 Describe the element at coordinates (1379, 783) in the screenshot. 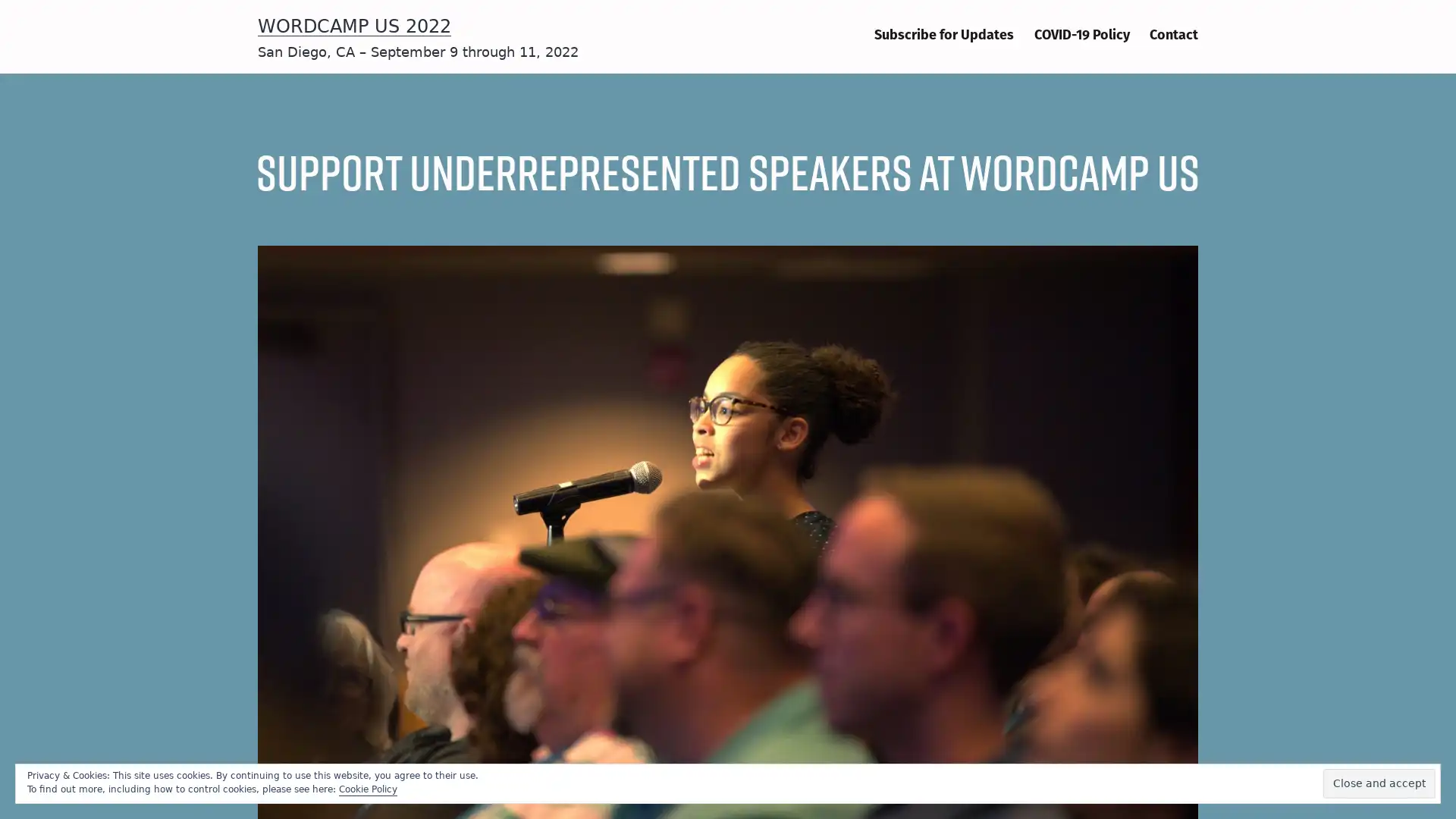

I see `Close and accept` at that location.